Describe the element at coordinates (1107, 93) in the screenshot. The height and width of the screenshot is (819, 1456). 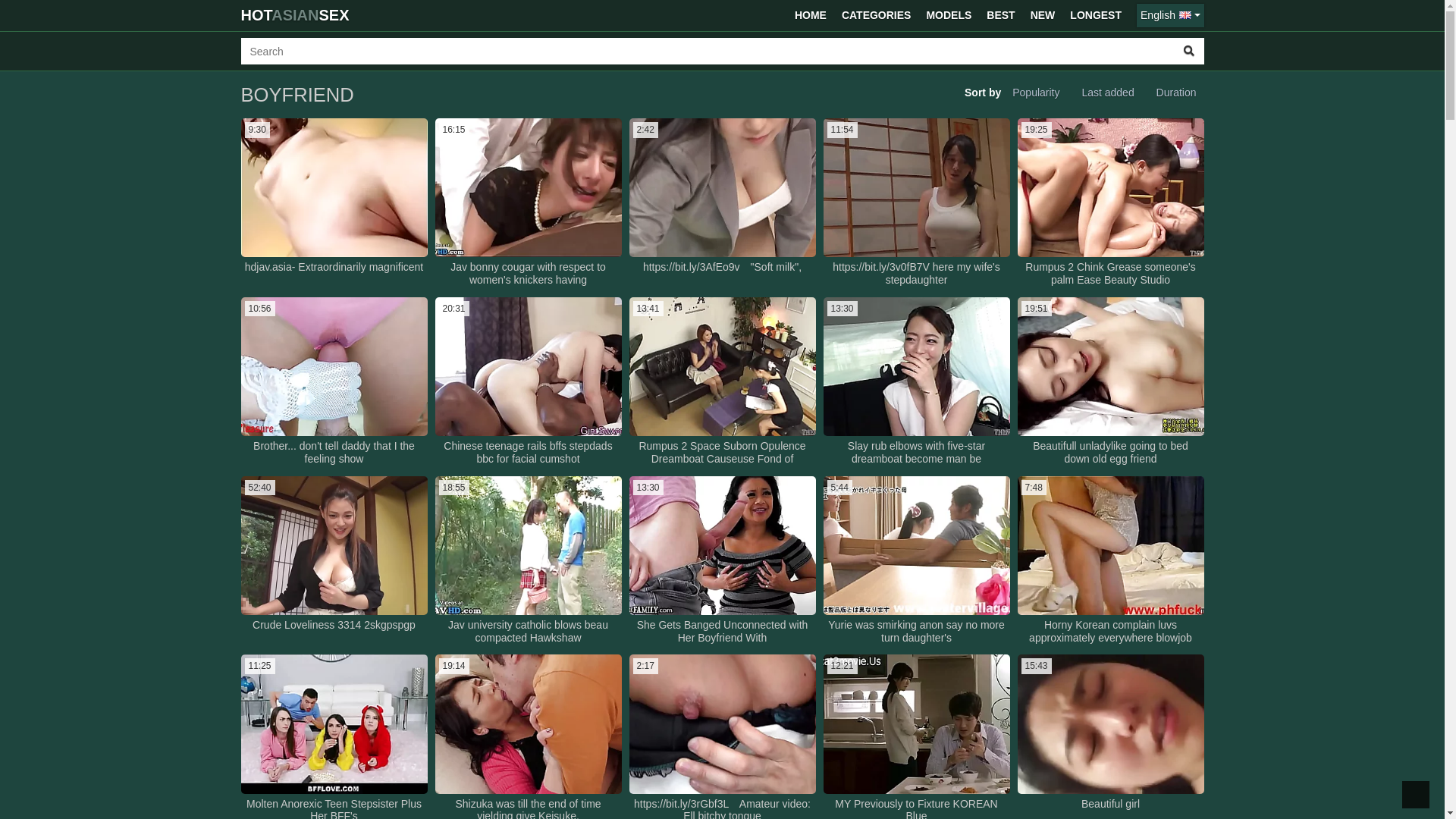
I see `'Last added'` at that location.